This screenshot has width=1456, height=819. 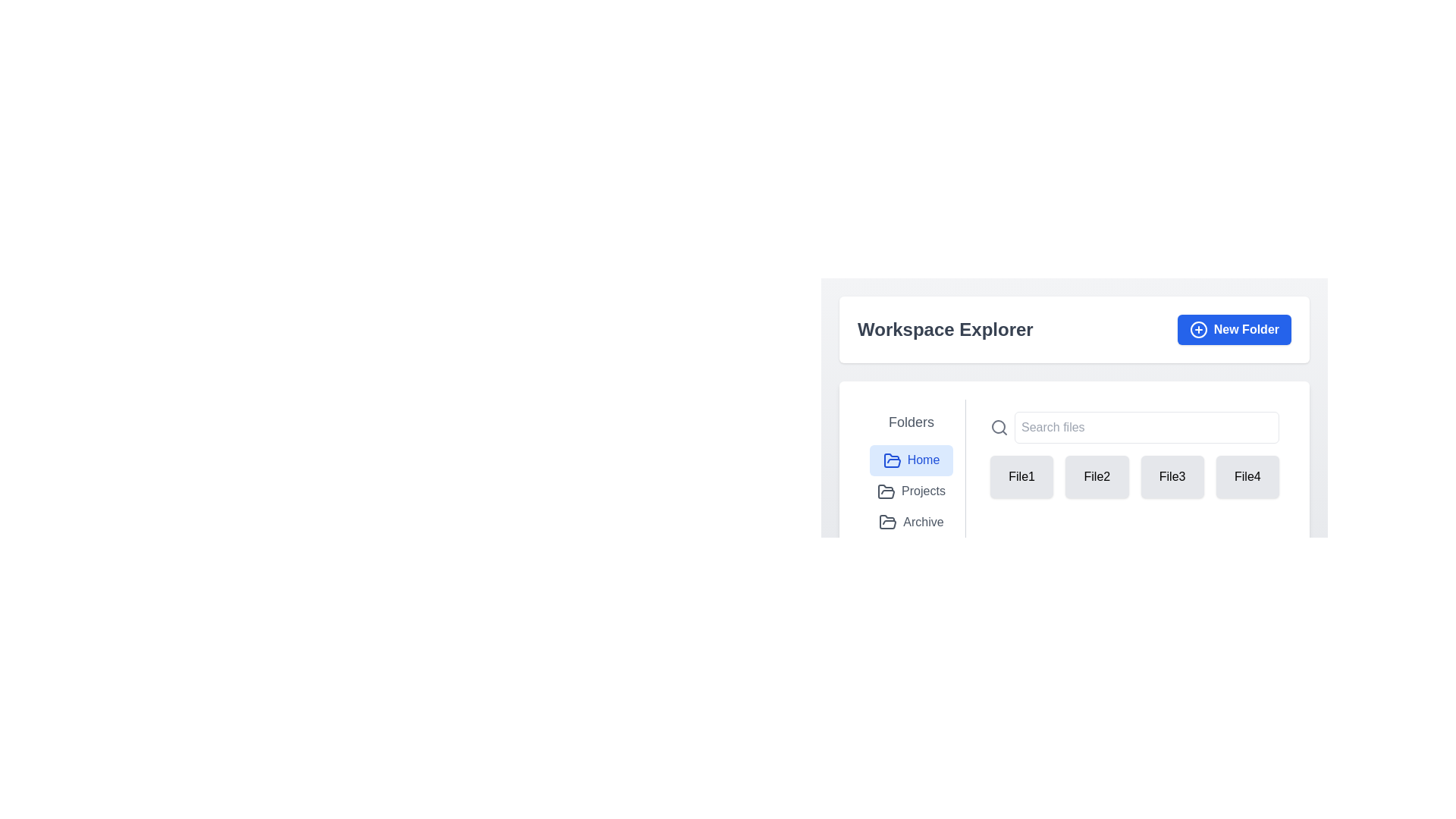 What do you see at coordinates (1172, 475) in the screenshot?
I see `the 'File3' button, which is a rectangular button with a light gray background and rounded corners` at bounding box center [1172, 475].